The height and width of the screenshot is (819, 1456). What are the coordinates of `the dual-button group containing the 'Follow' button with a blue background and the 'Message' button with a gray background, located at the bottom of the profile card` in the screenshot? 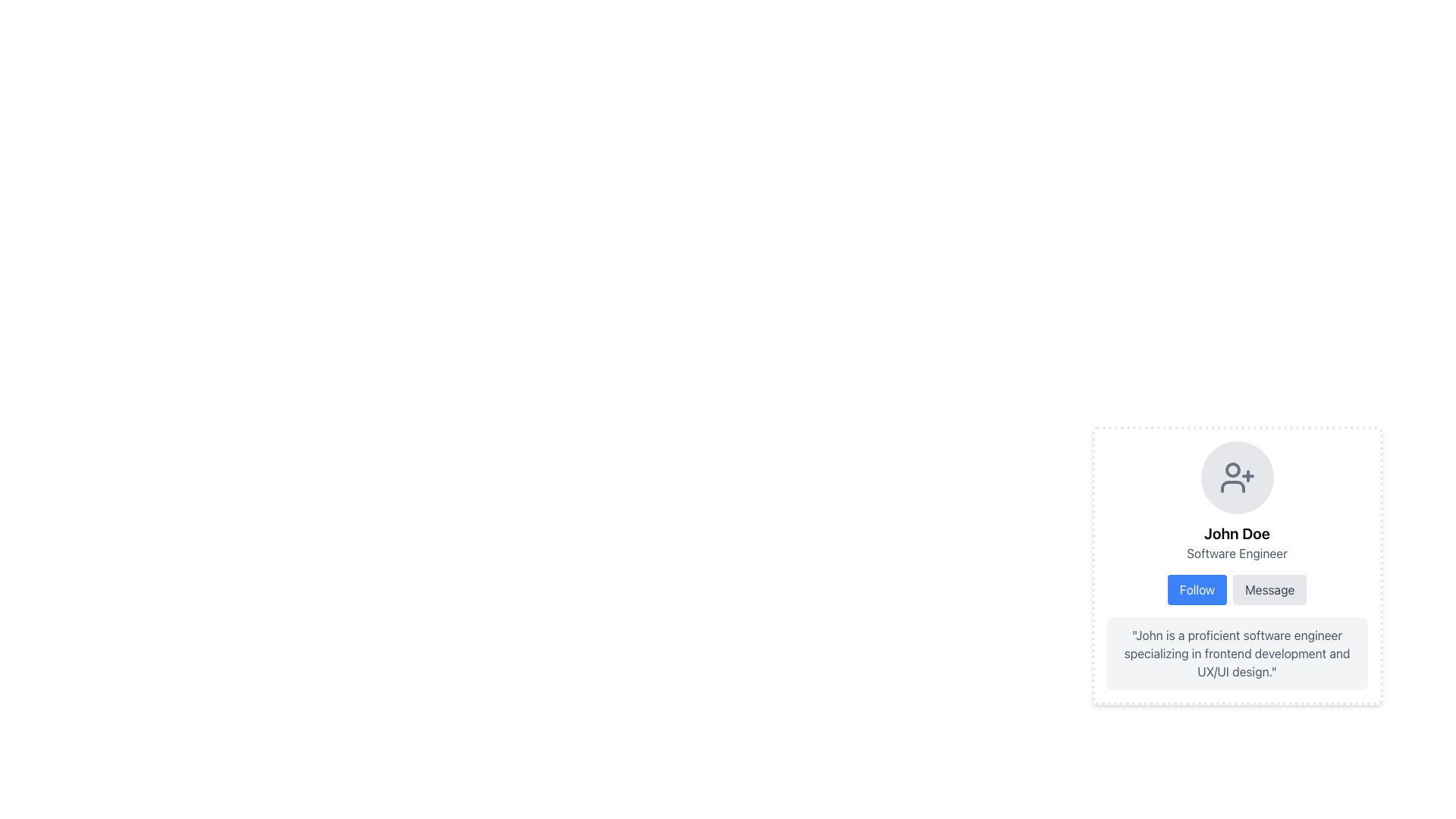 It's located at (1237, 589).